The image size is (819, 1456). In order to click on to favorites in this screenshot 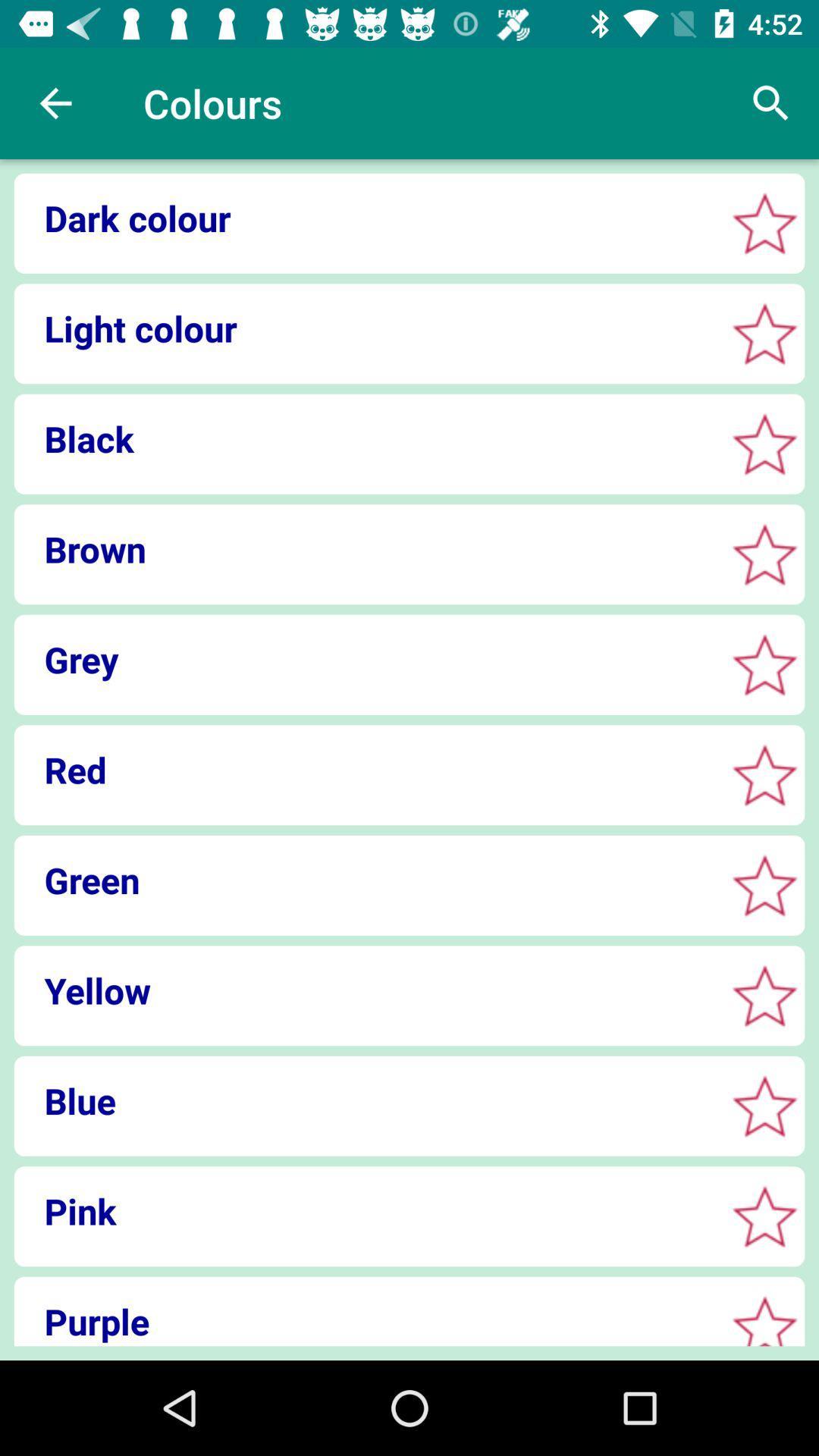, I will do `click(764, 996)`.